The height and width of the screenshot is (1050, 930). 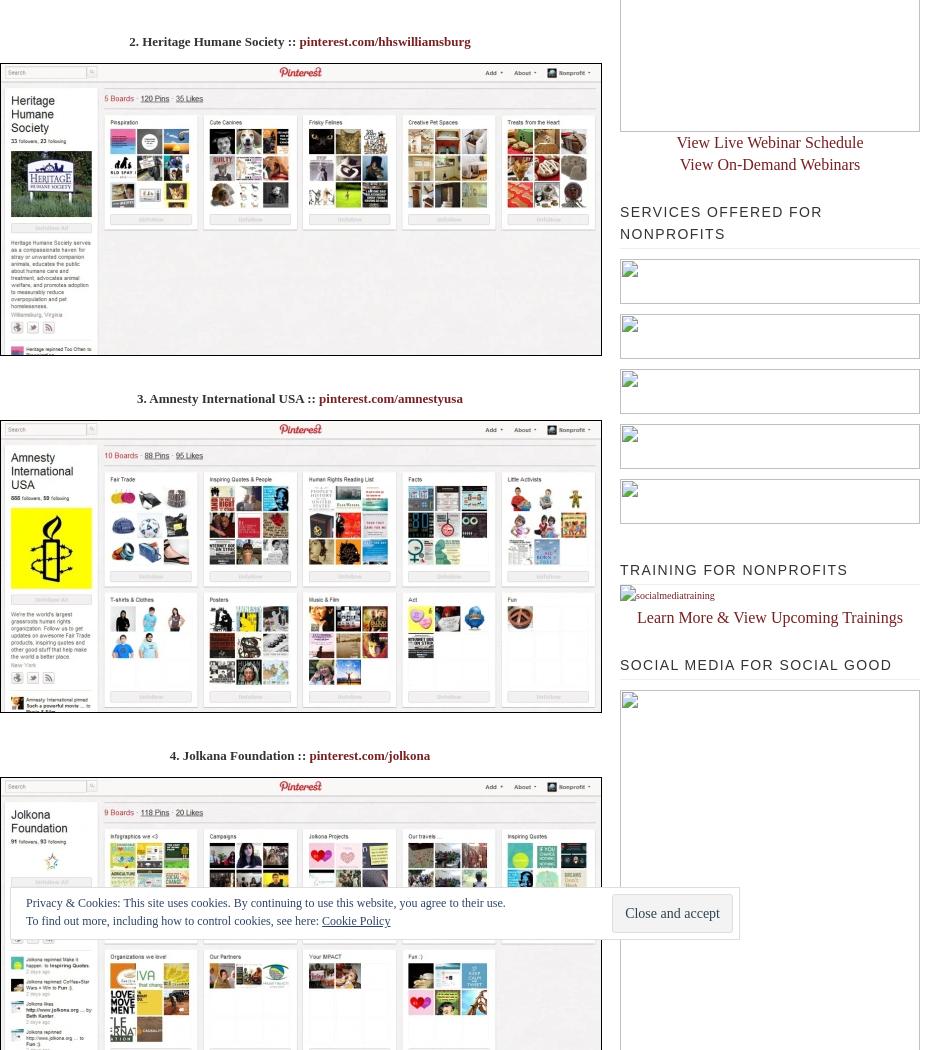 I want to click on 'Privacy & Cookies: This site uses cookies. By continuing to use this website, you agree to their use.', so click(x=25, y=903).